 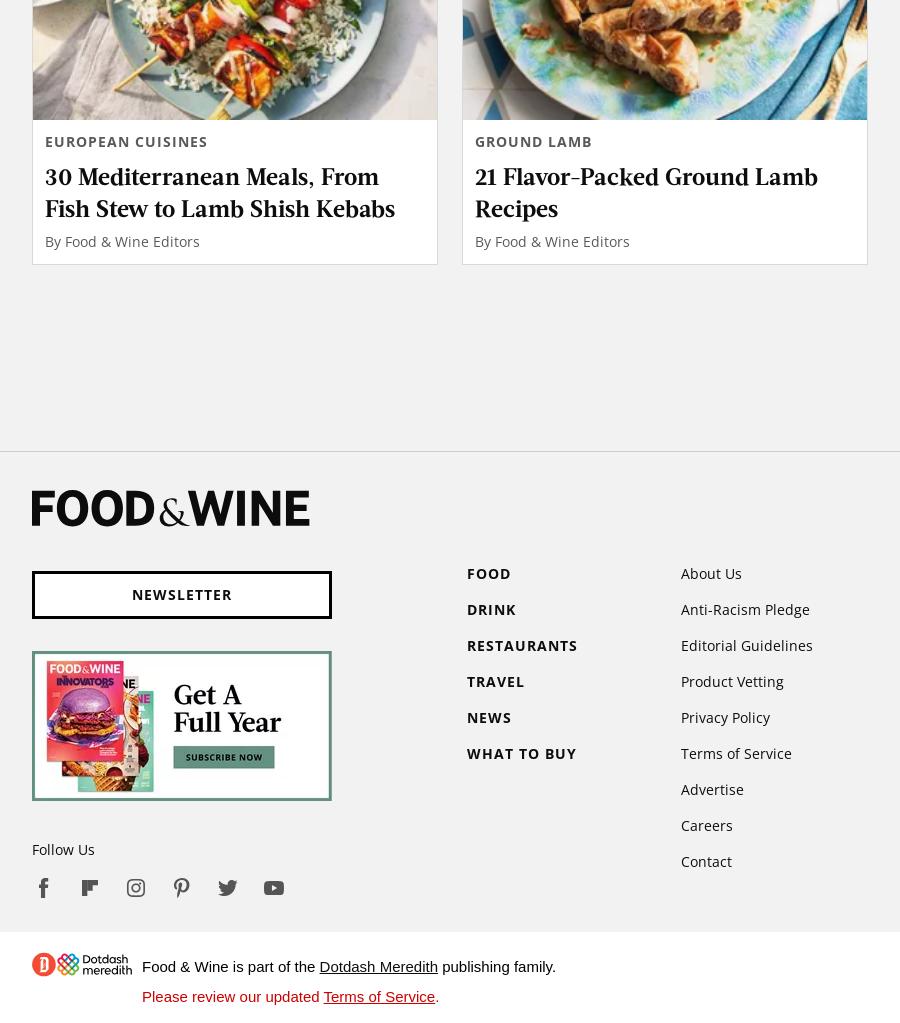 I want to click on 'Food & Wine is part of the', so click(x=142, y=965).